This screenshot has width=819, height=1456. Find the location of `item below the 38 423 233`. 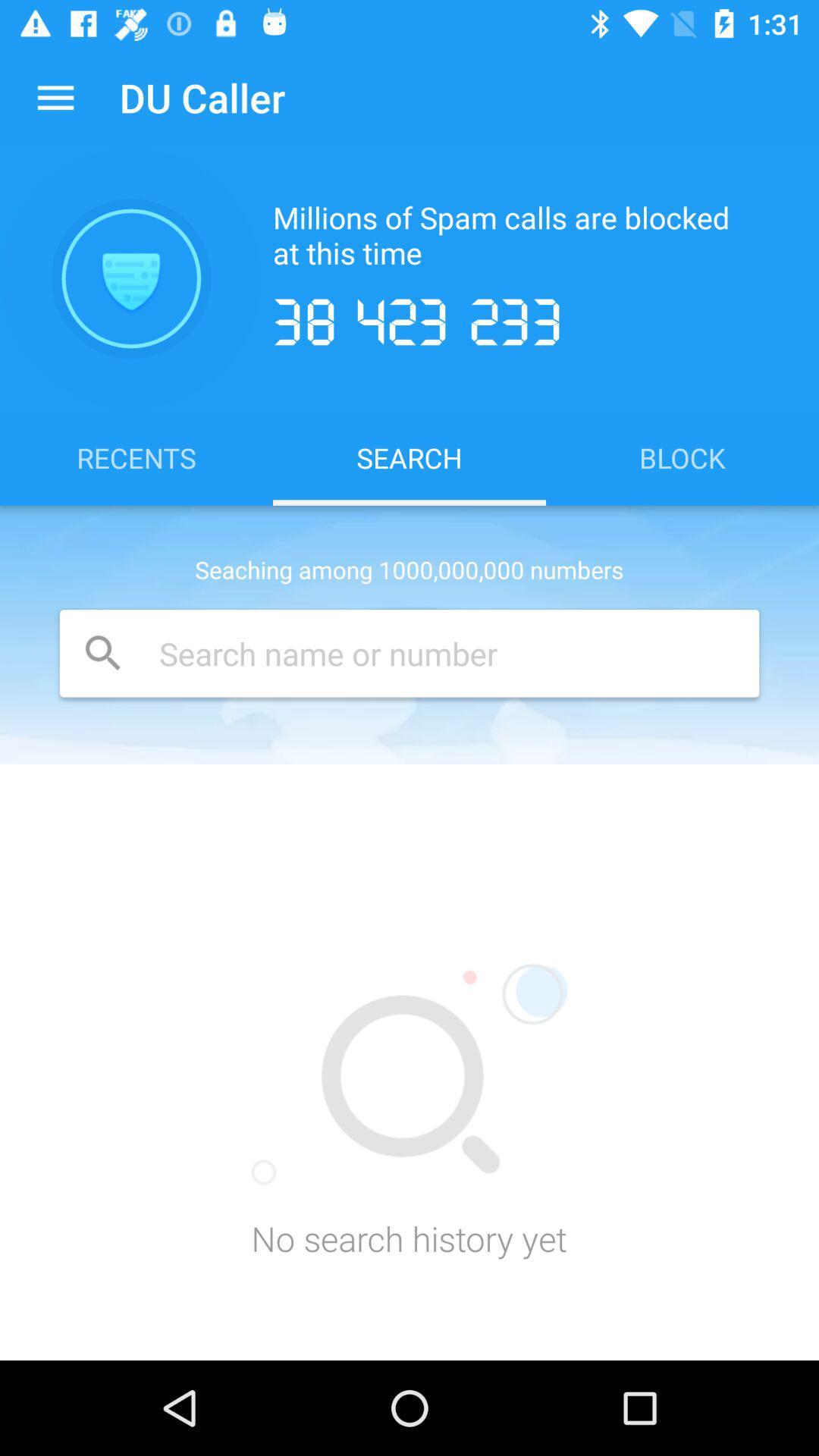

item below the 38 423 233 is located at coordinates (681, 457).